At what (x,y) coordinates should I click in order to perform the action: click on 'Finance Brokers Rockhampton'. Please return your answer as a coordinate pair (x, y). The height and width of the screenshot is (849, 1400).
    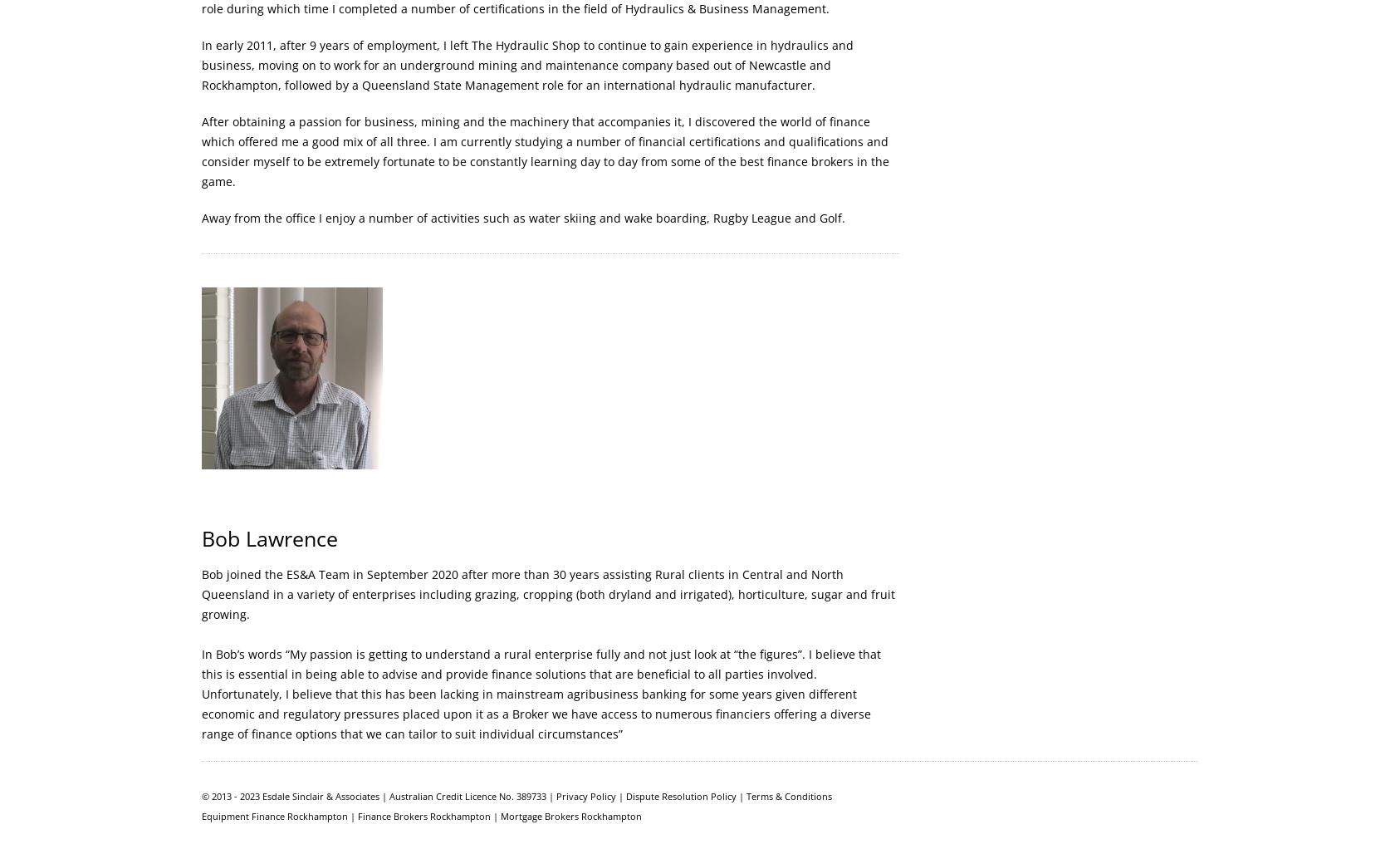
    Looking at the image, I should click on (424, 815).